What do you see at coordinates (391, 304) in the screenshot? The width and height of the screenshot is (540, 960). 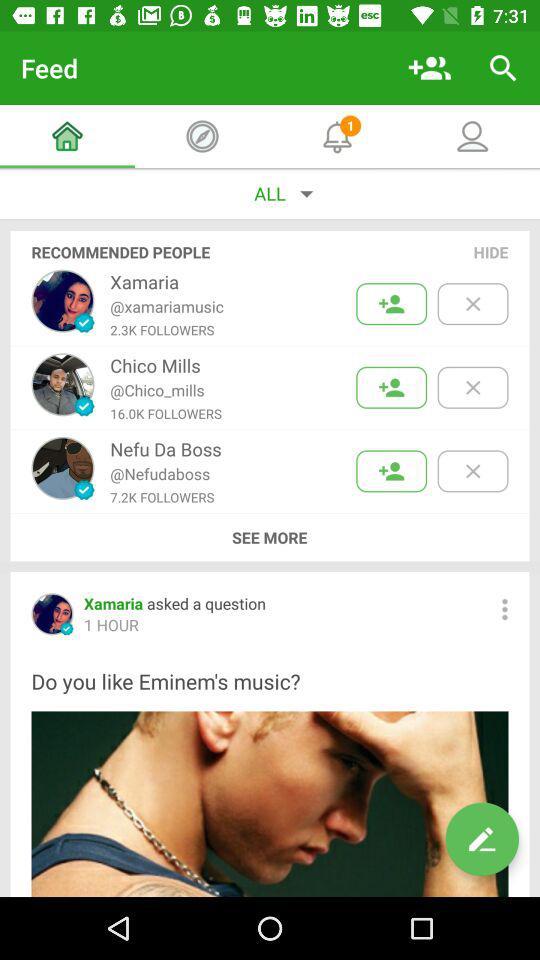 I see `friend` at bounding box center [391, 304].